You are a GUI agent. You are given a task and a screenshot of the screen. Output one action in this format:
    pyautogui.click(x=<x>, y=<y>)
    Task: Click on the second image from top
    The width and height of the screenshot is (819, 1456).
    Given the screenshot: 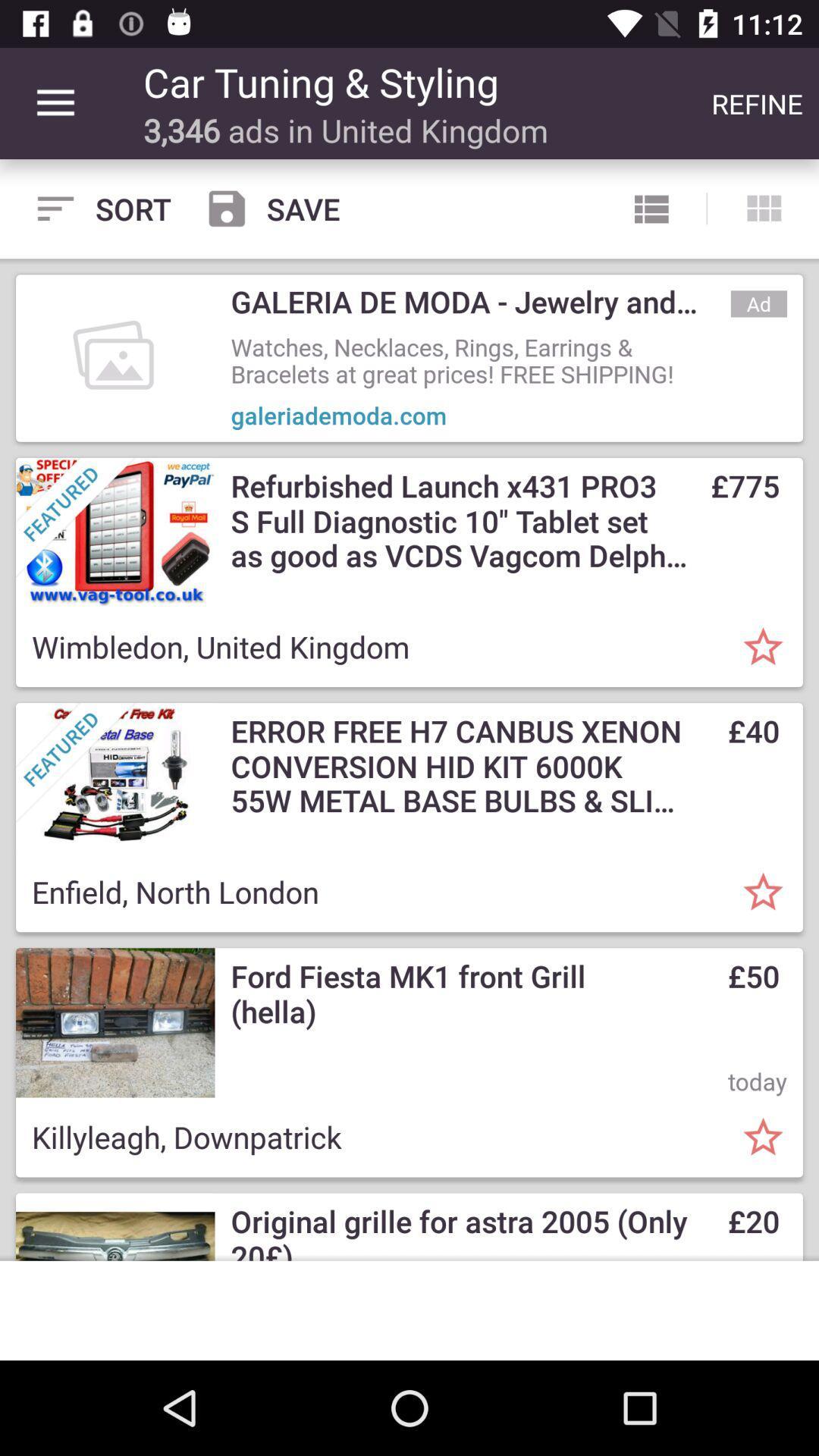 What is the action you would take?
    pyautogui.click(x=115, y=532)
    